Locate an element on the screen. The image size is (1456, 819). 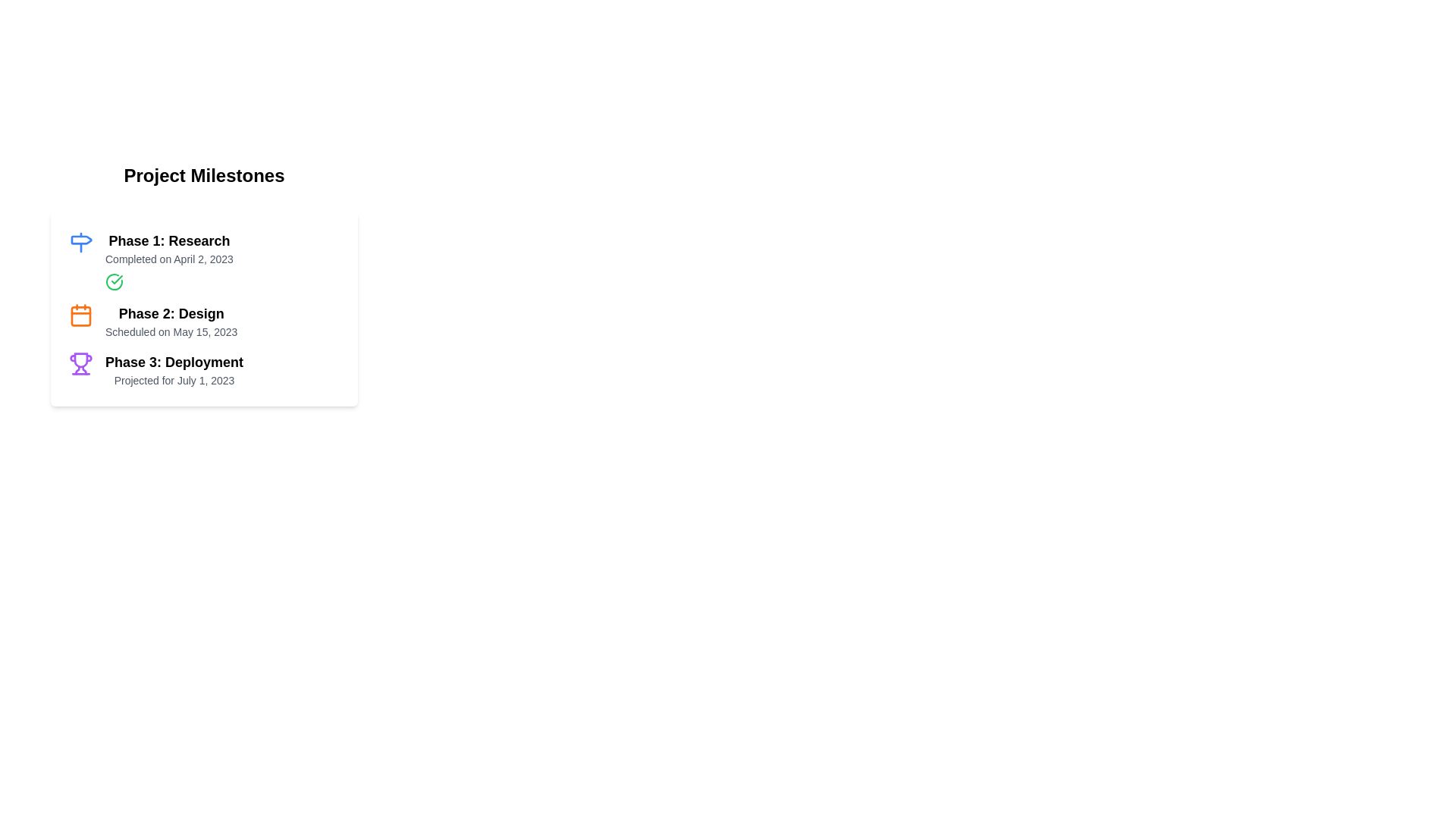
the green checkmark icon enclosed in a circular outline located in the 'Phase 1: Research' section, beneath the 'Completed on April 2, 2023' text is located at coordinates (113, 281).